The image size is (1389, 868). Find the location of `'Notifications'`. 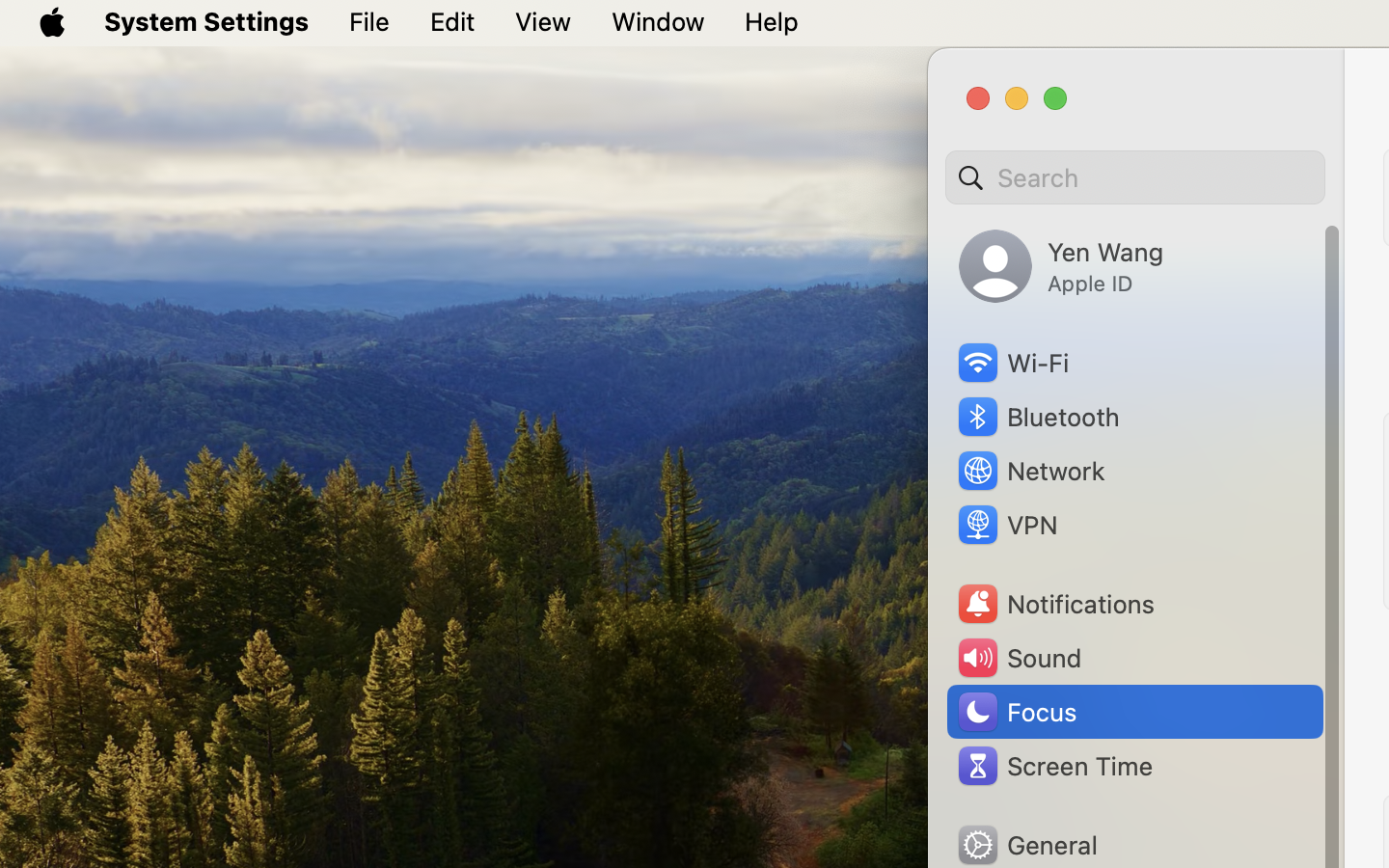

'Notifications' is located at coordinates (1053, 604).